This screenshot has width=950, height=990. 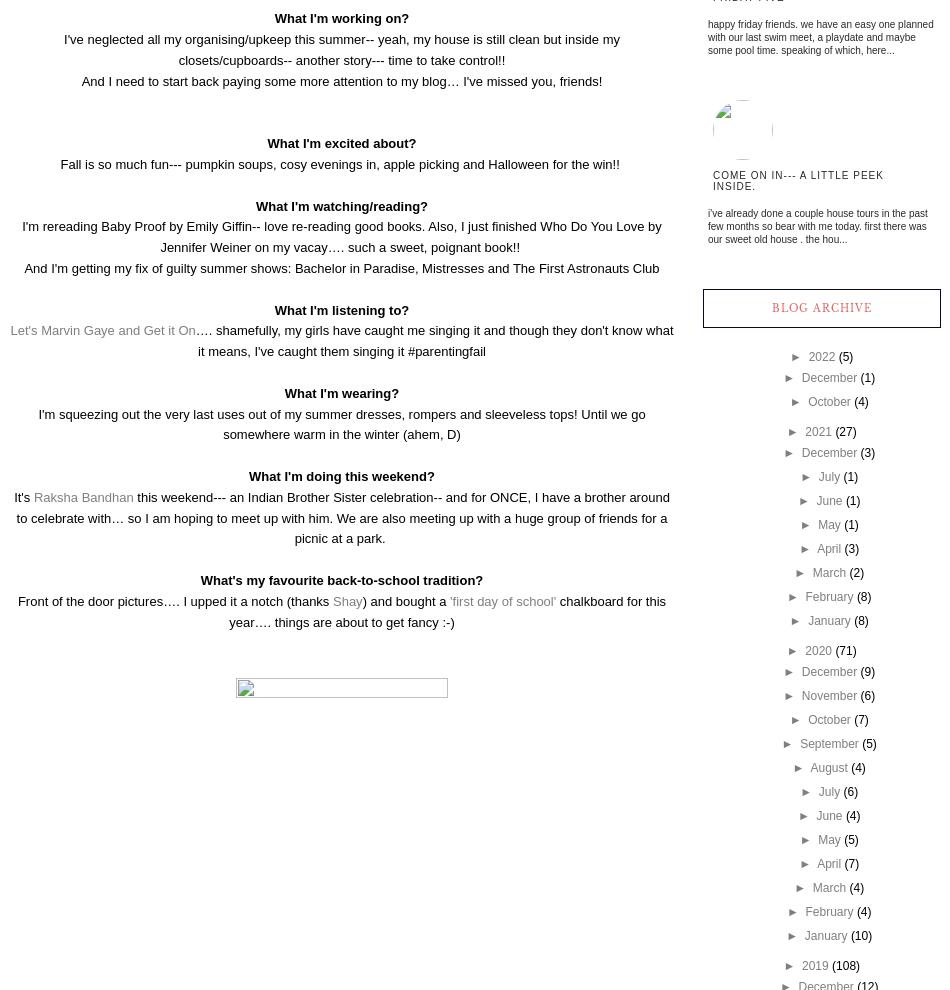 I want to click on 'What I'm doing this weekend?', so click(x=340, y=475).